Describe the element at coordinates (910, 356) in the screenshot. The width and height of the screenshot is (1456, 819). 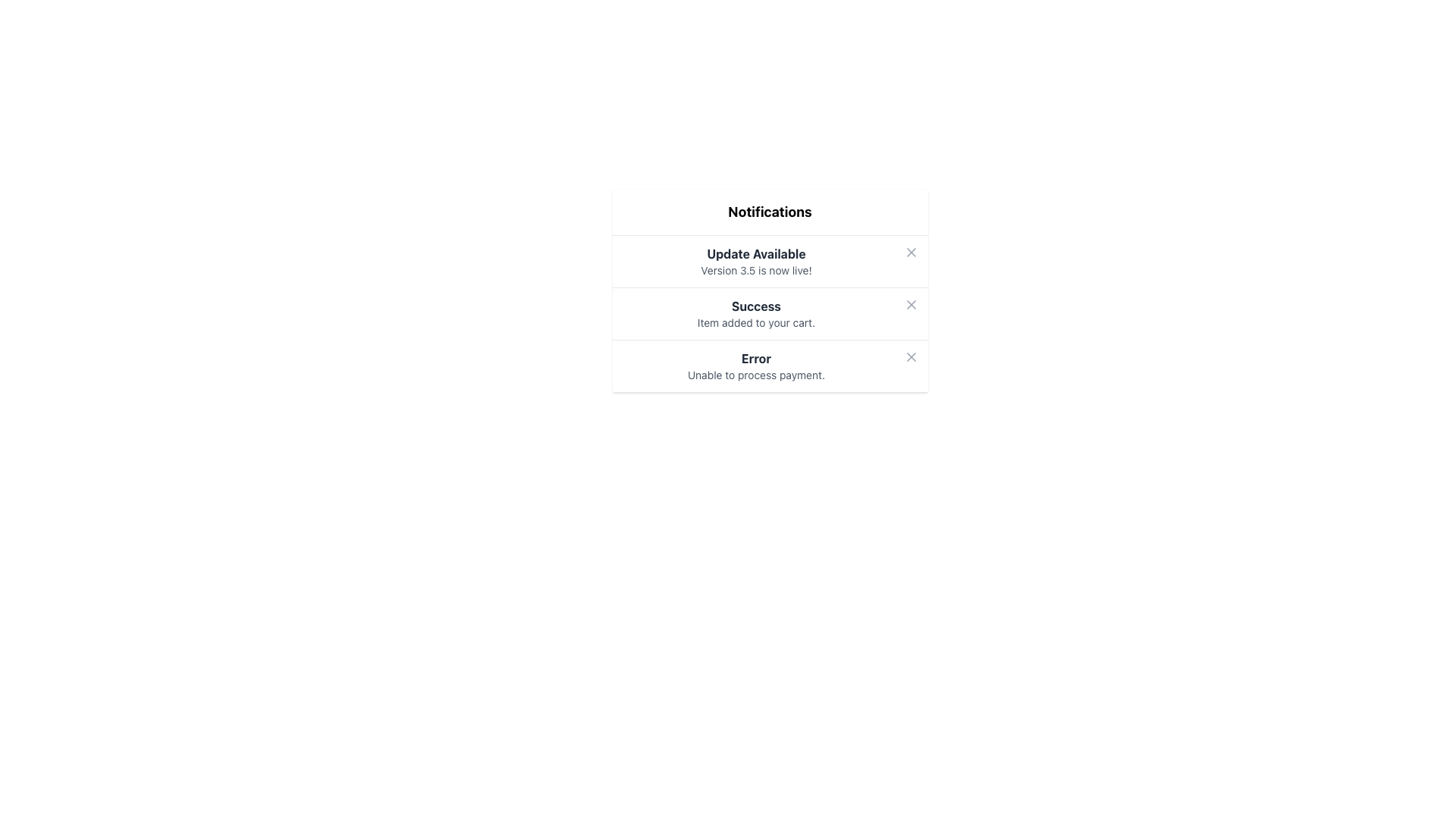
I see `the close button located at the far right of the 'Unable to process payment.' notification` at that location.